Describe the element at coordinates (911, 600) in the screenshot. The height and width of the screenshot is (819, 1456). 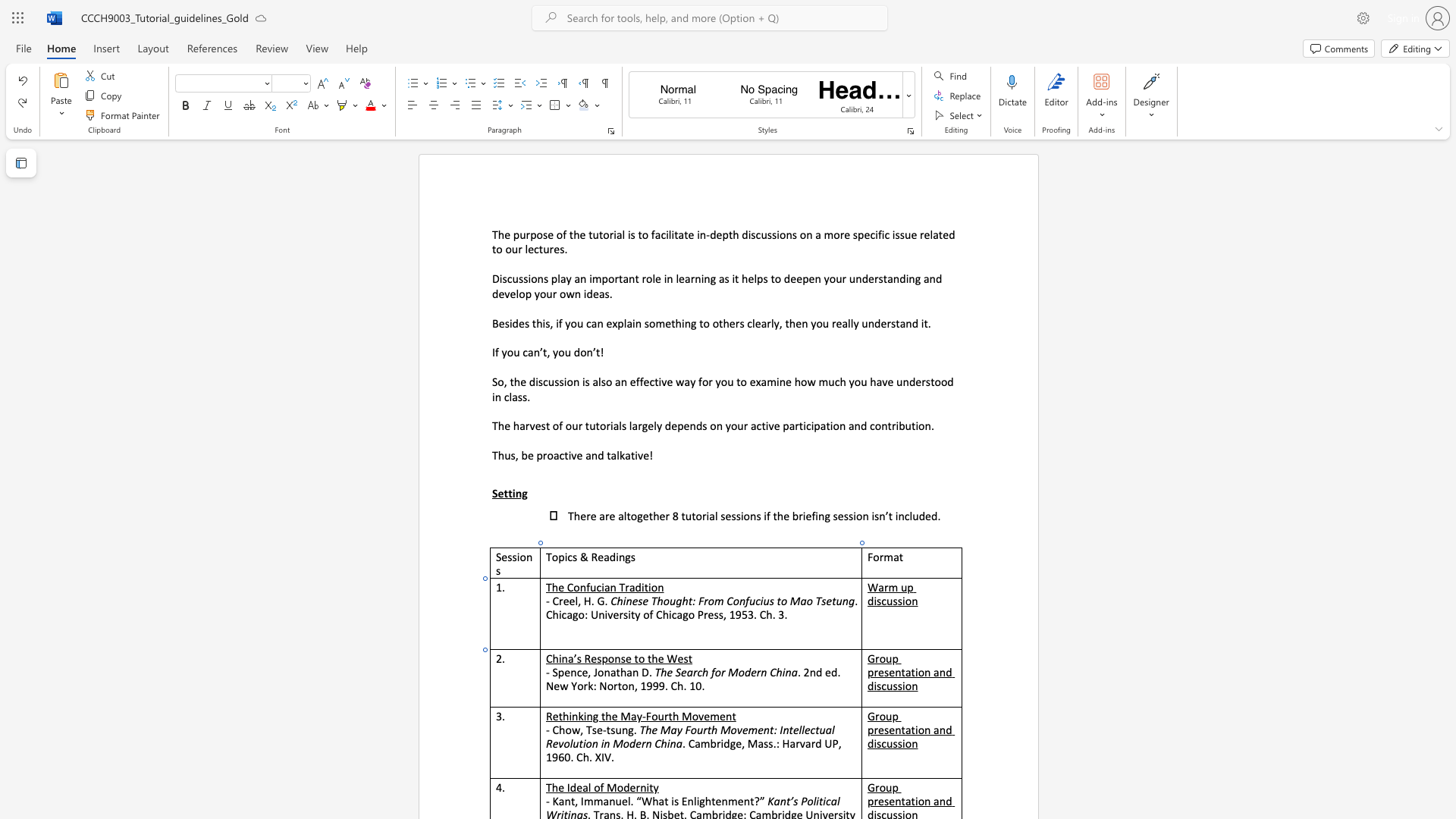
I see `the space between the continuous character "o" and "n" in the text` at that location.